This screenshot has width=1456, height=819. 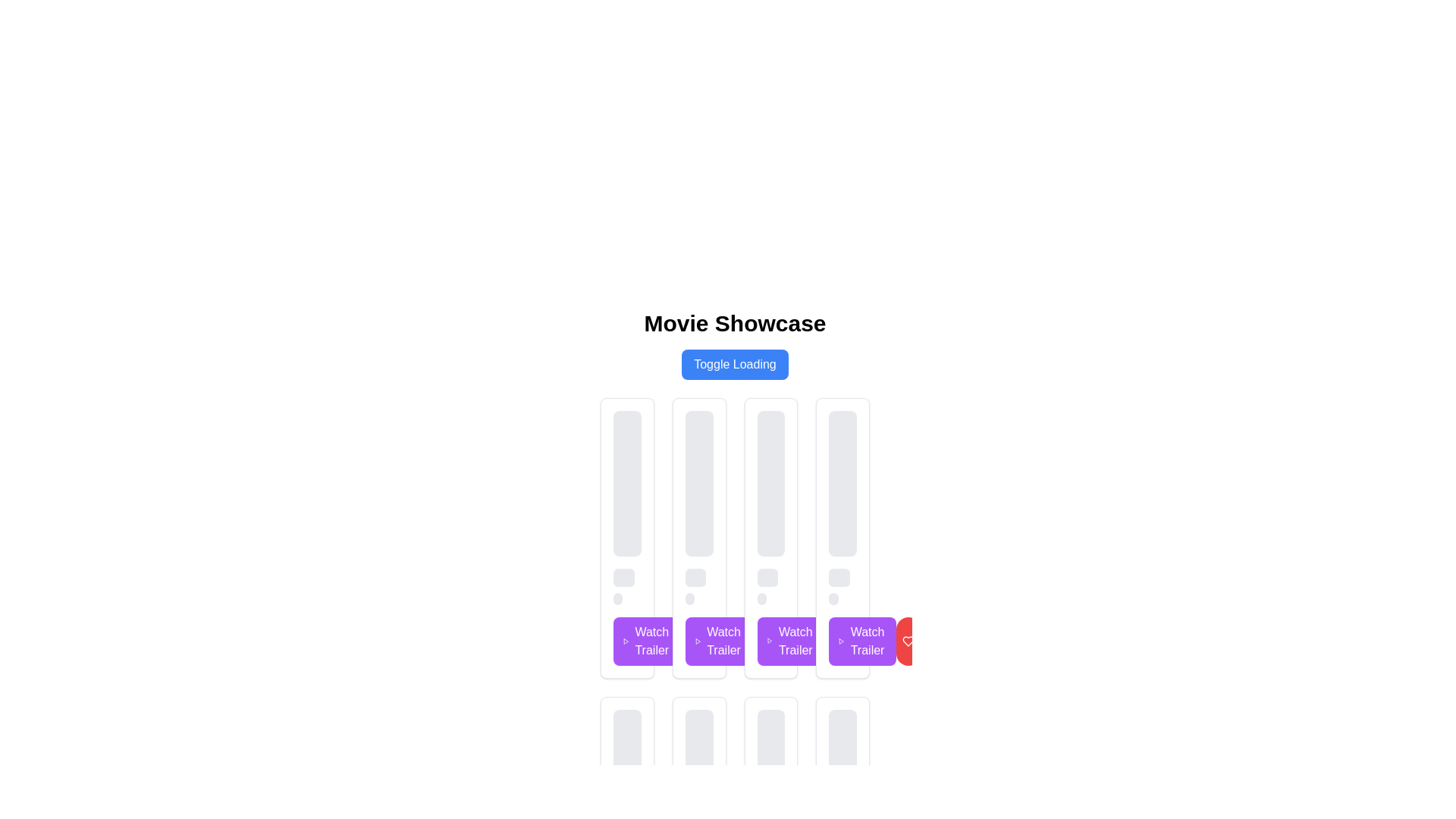 I want to click on the third button from the left in a row of four buttons at the bottom of the main content, so click(x=789, y=641).